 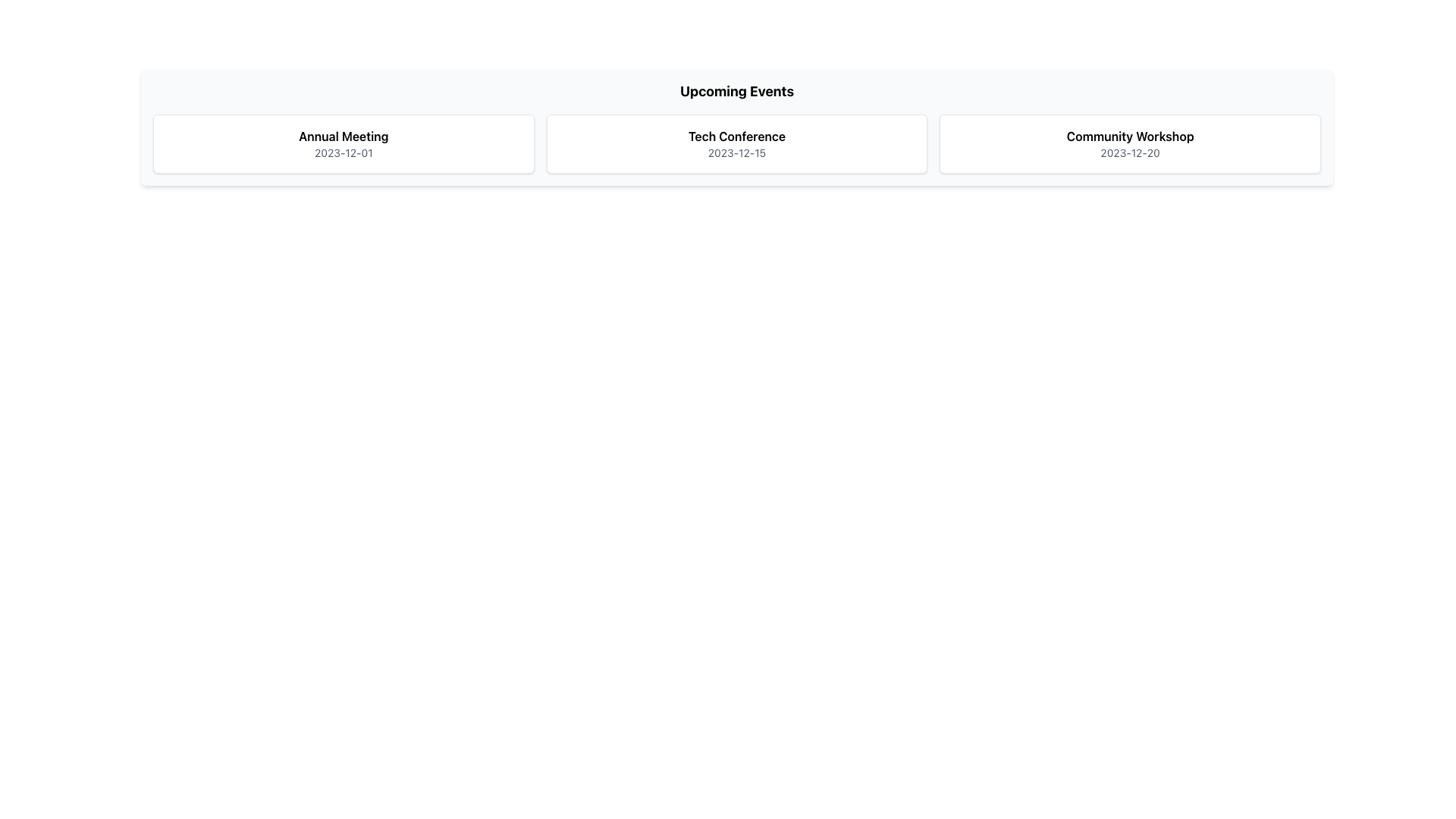 I want to click on the non-interactive text label indicating the date of the 'Tech Conference' event, located directly beneath the 'Tech Conference' text, so click(x=736, y=152).